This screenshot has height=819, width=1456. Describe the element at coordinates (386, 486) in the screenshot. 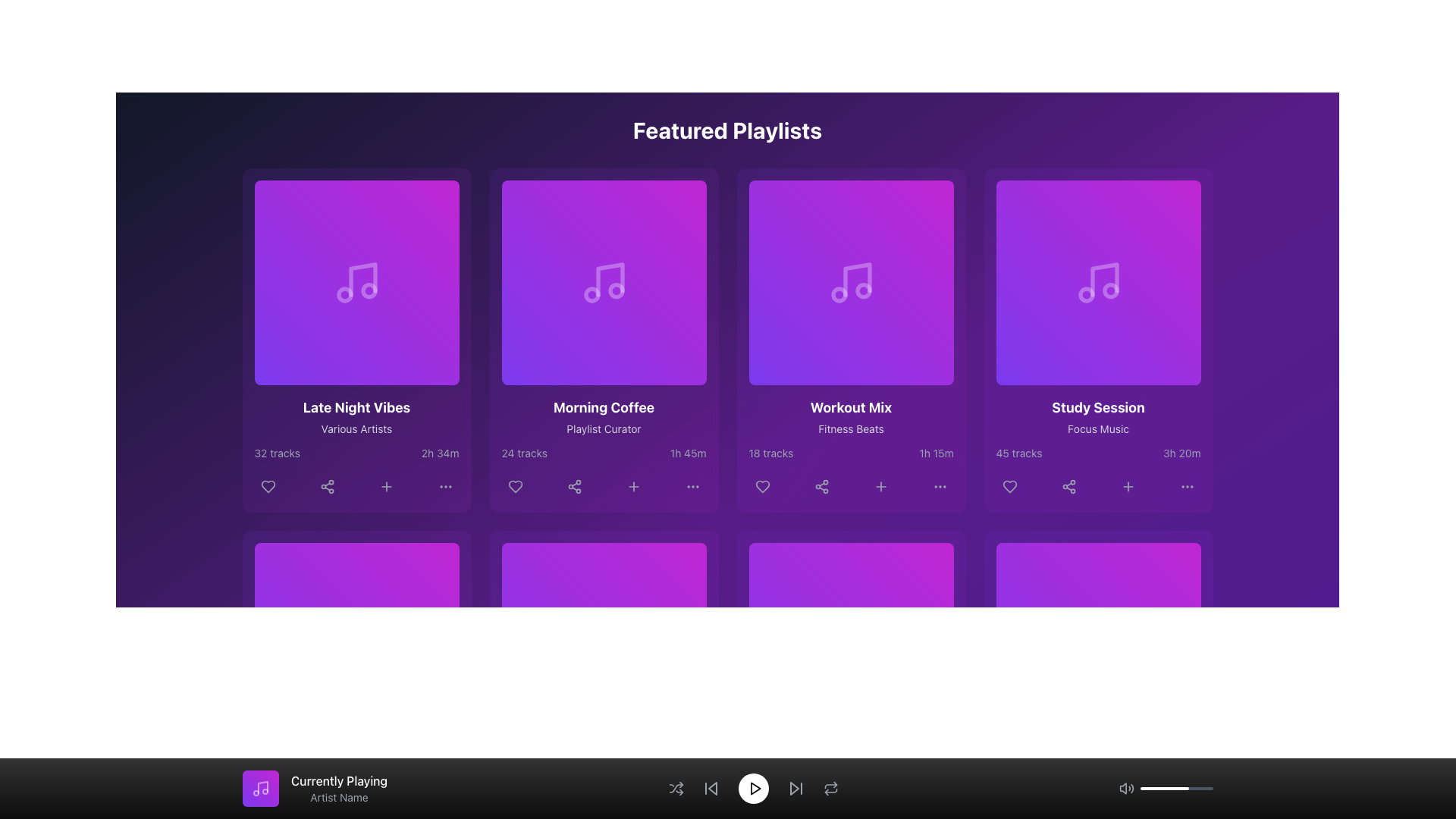

I see `the Icon button with the '+' symbol located in the bottom section of the 'Late Night Vibes' playlist card, which is the third button from the left` at that location.